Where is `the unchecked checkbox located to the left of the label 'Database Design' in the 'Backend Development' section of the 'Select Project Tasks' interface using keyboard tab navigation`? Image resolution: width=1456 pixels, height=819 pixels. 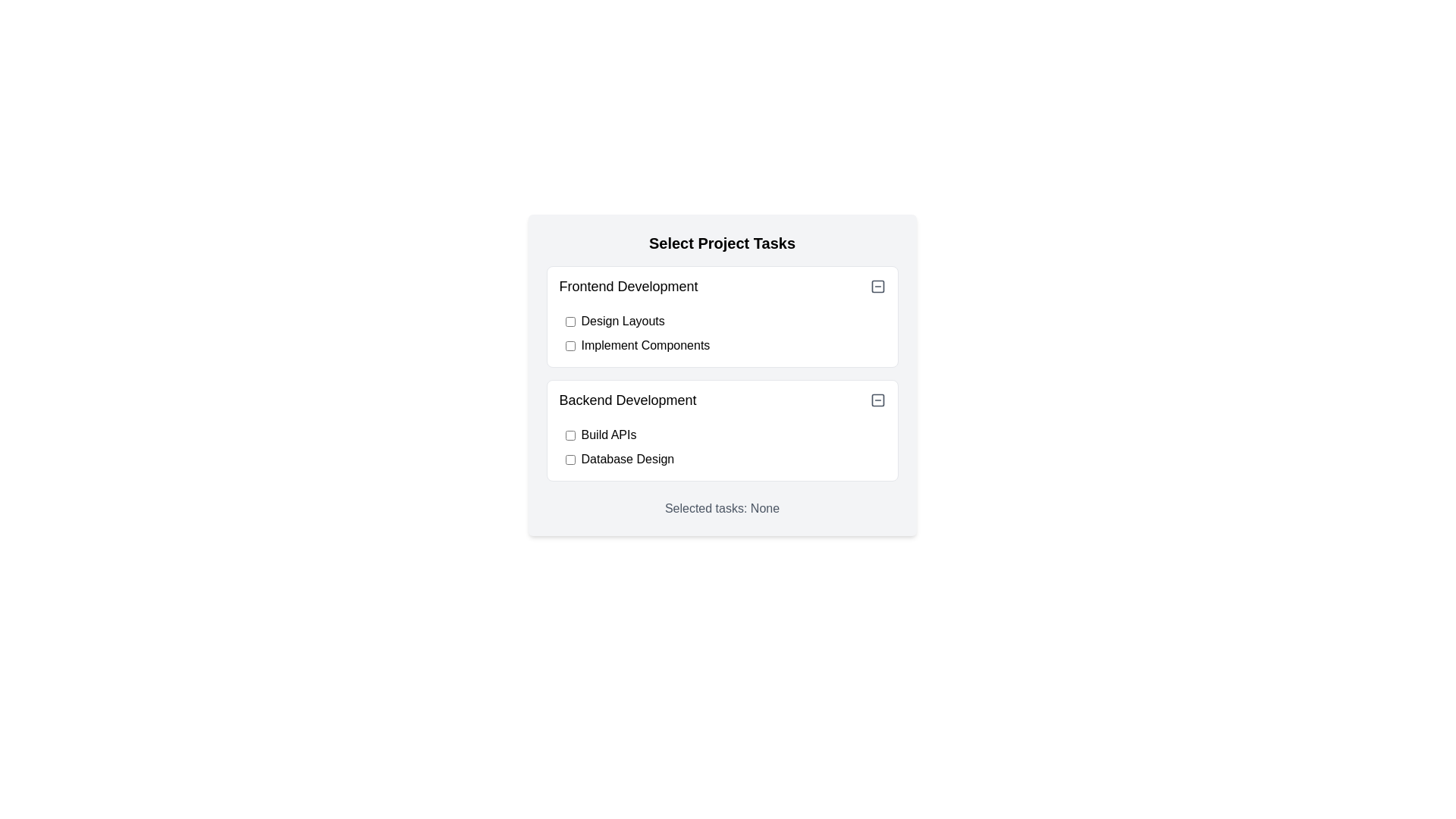 the unchecked checkbox located to the left of the label 'Database Design' in the 'Backend Development' section of the 'Select Project Tasks' interface using keyboard tab navigation is located at coordinates (570, 458).